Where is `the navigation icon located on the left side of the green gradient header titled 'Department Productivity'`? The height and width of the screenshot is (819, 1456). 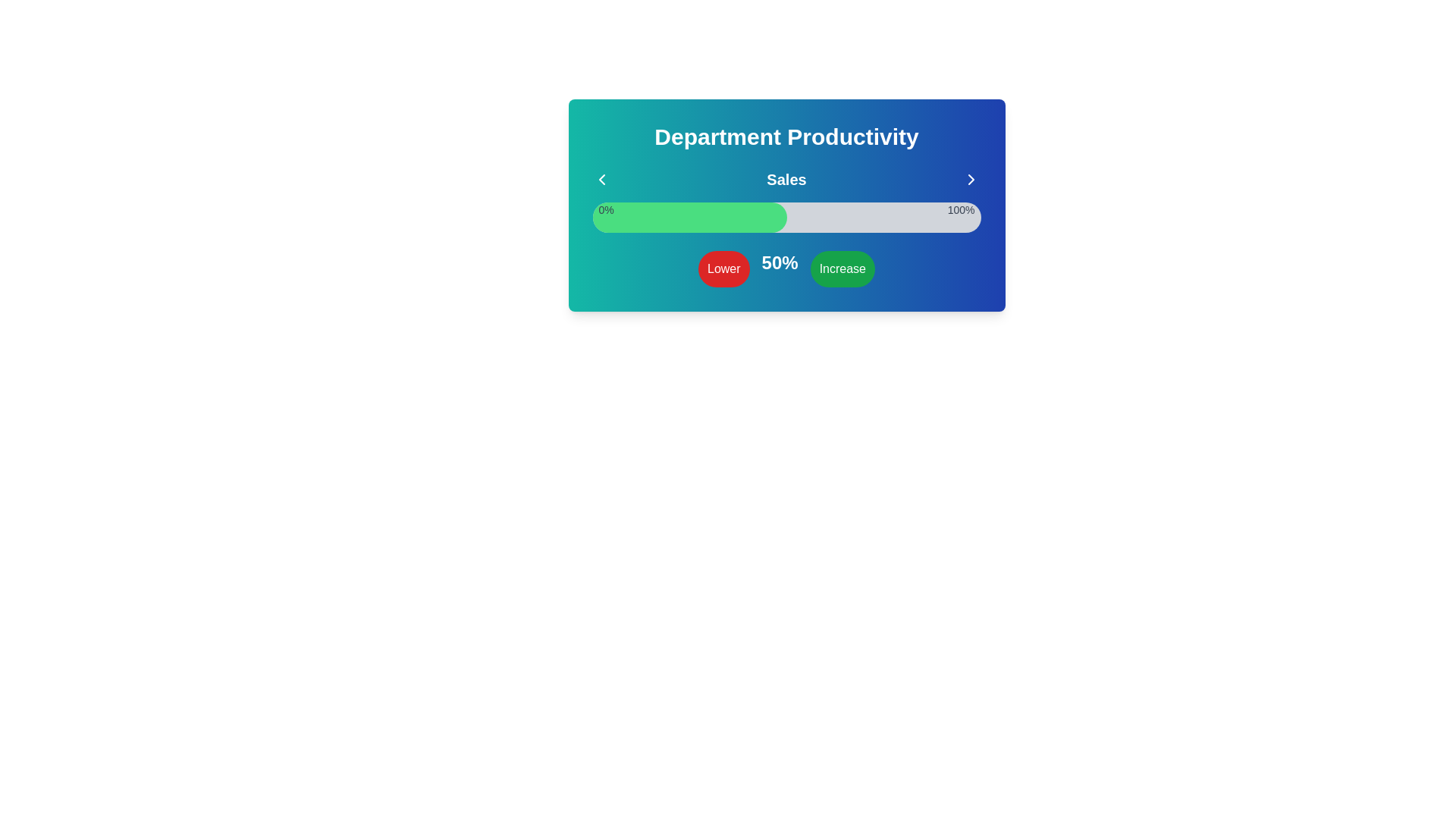
the navigation icon located on the left side of the green gradient header titled 'Department Productivity' is located at coordinates (601, 178).